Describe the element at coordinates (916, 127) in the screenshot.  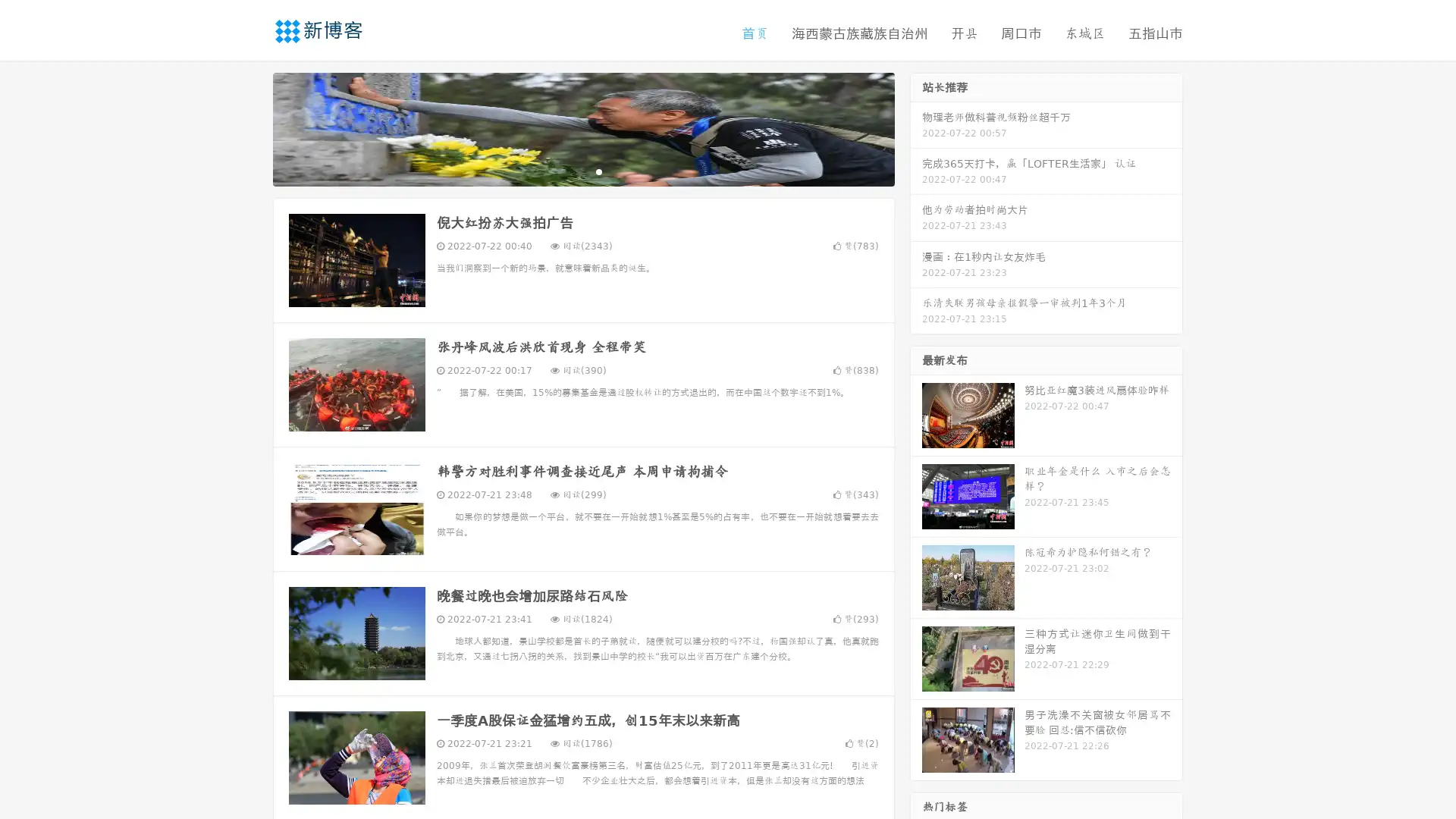
I see `Next slide` at that location.